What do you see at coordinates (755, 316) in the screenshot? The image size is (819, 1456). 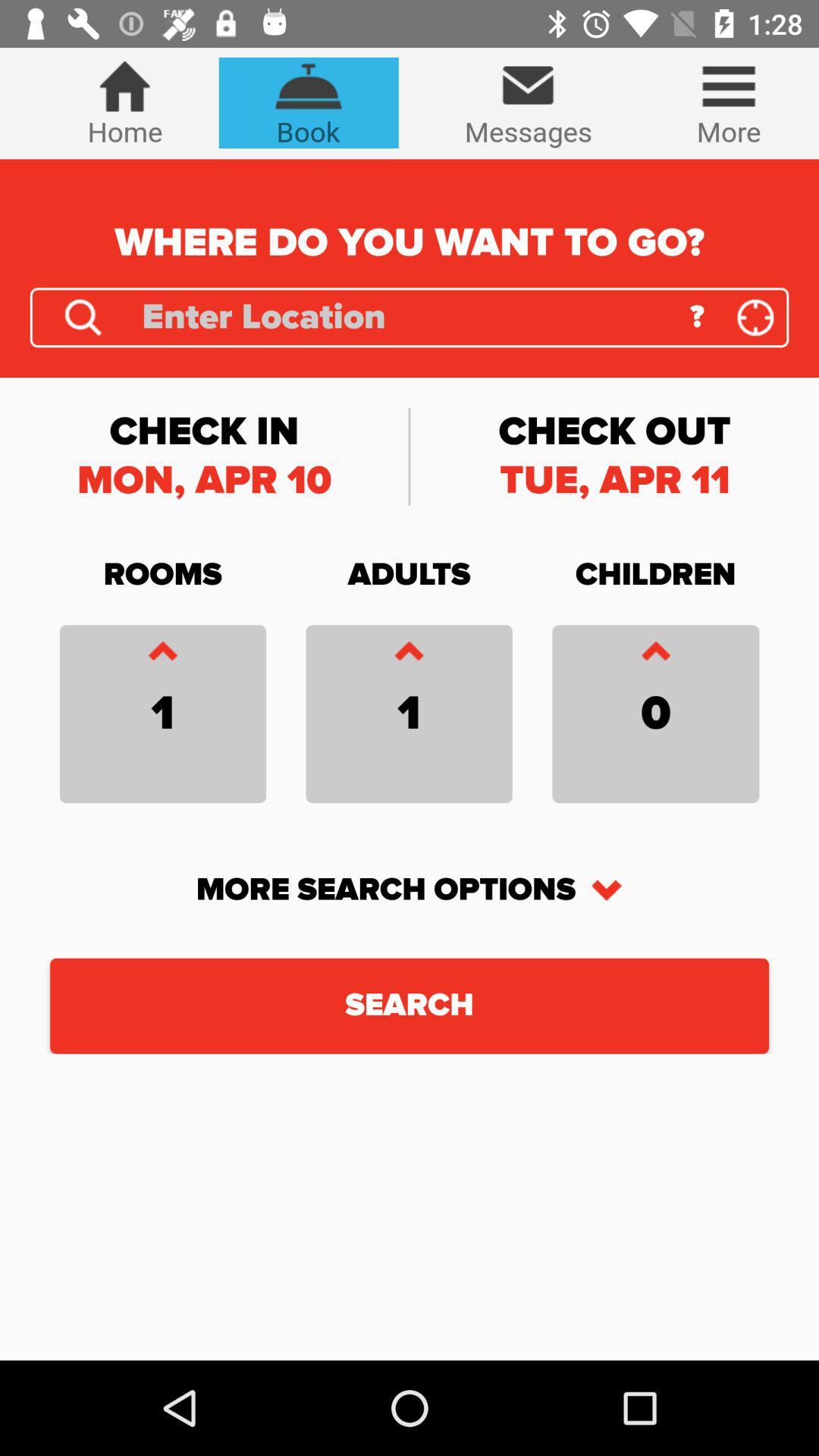 I see `location` at bounding box center [755, 316].